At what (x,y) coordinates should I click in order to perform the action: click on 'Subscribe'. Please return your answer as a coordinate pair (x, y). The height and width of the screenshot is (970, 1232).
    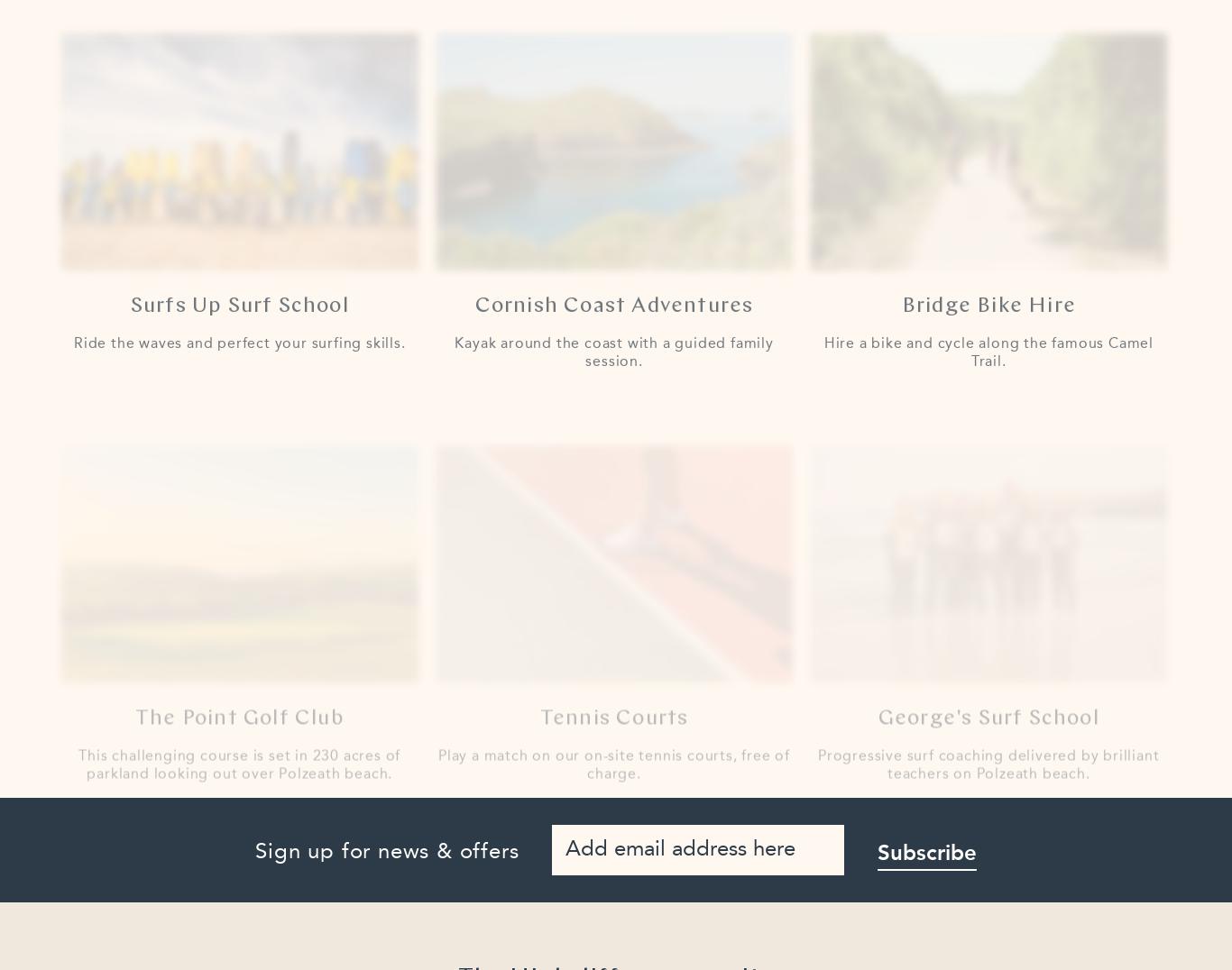
    Looking at the image, I should click on (924, 851).